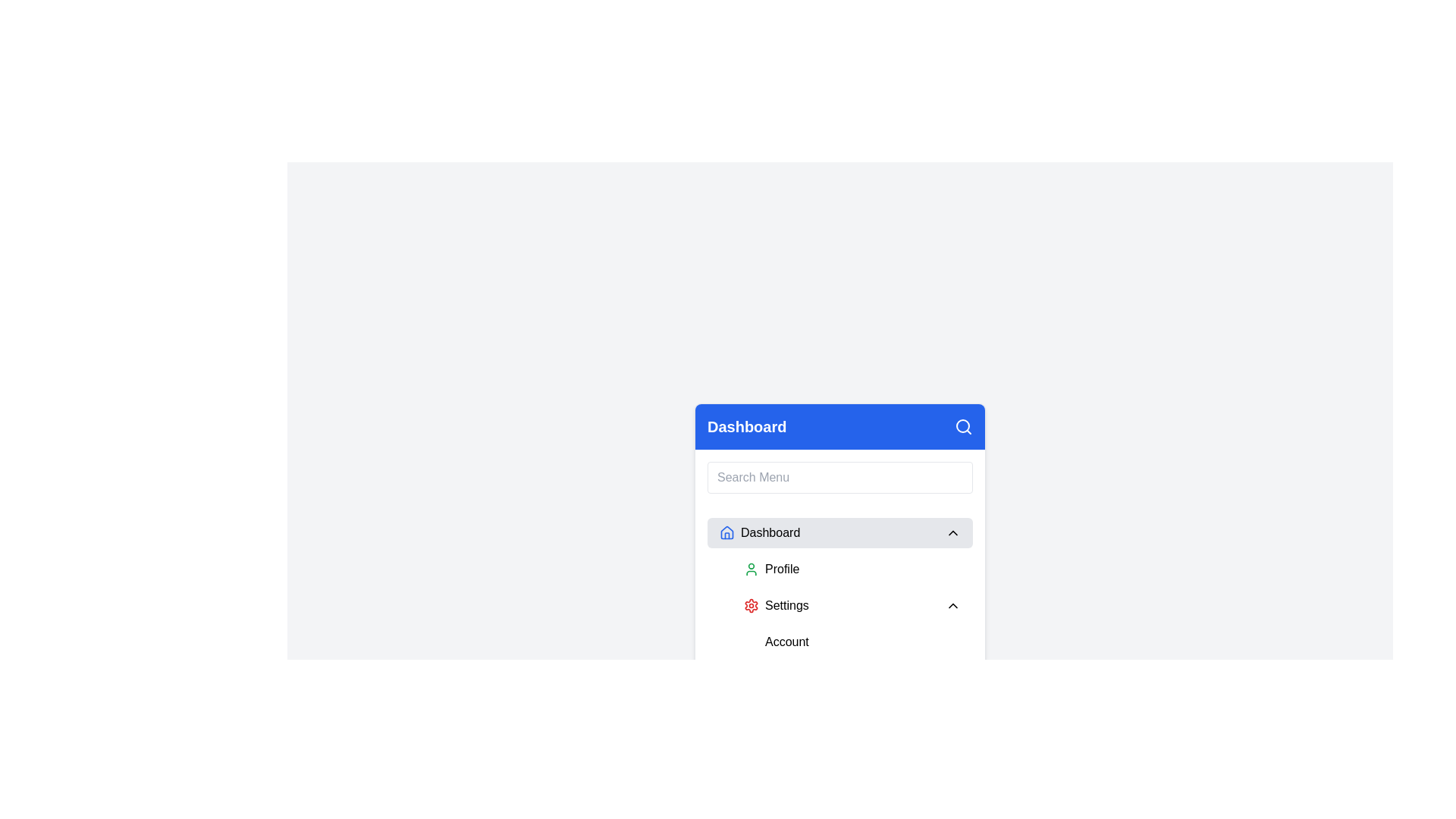 The image size is (1456, 819). I want to click on the 'Profile' button in the dropdown menu under the 'Dashboard' section, so click(771, 570).